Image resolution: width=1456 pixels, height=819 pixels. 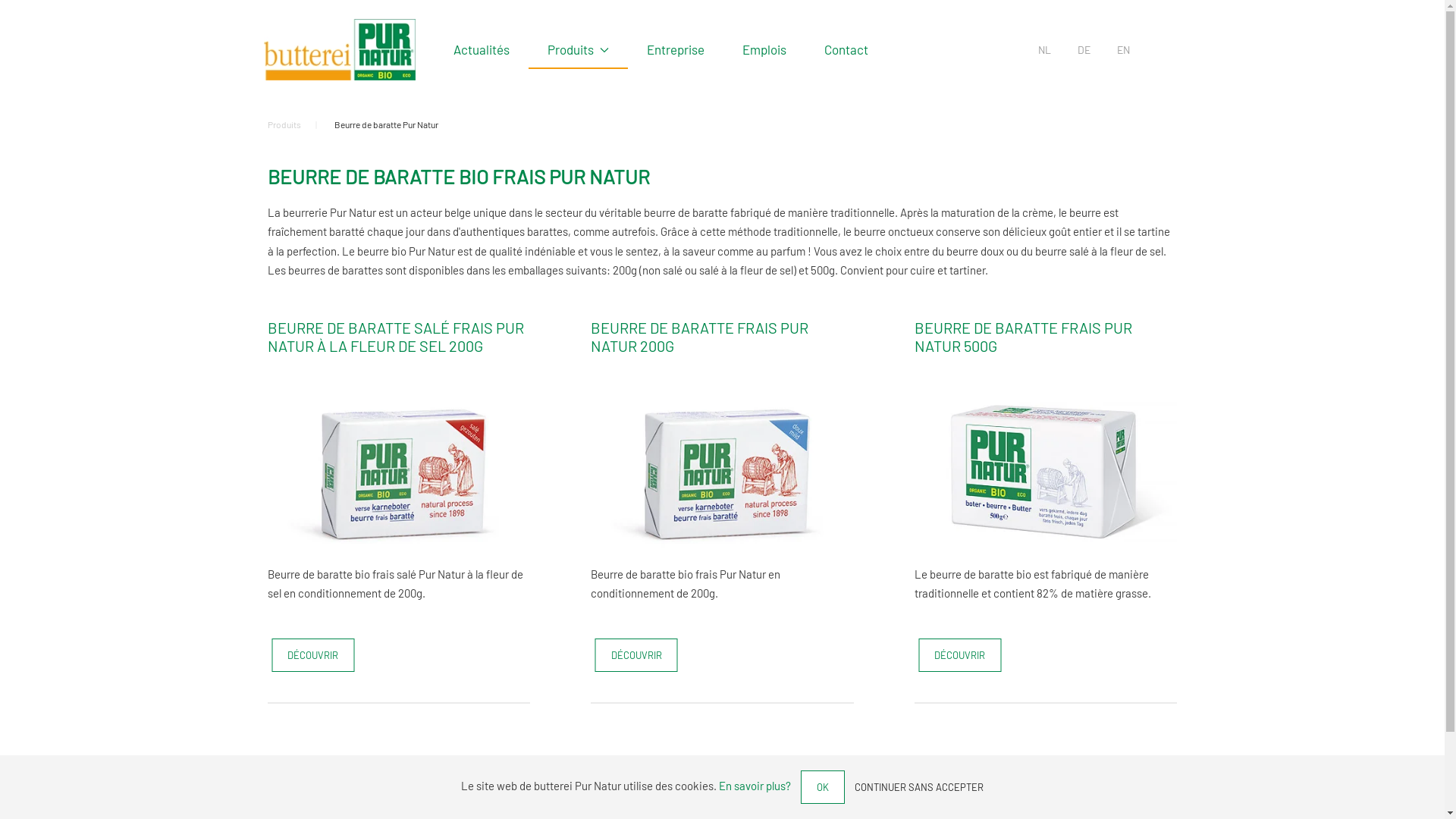 I want to click on 'EN', so click(x=1124, y=49).